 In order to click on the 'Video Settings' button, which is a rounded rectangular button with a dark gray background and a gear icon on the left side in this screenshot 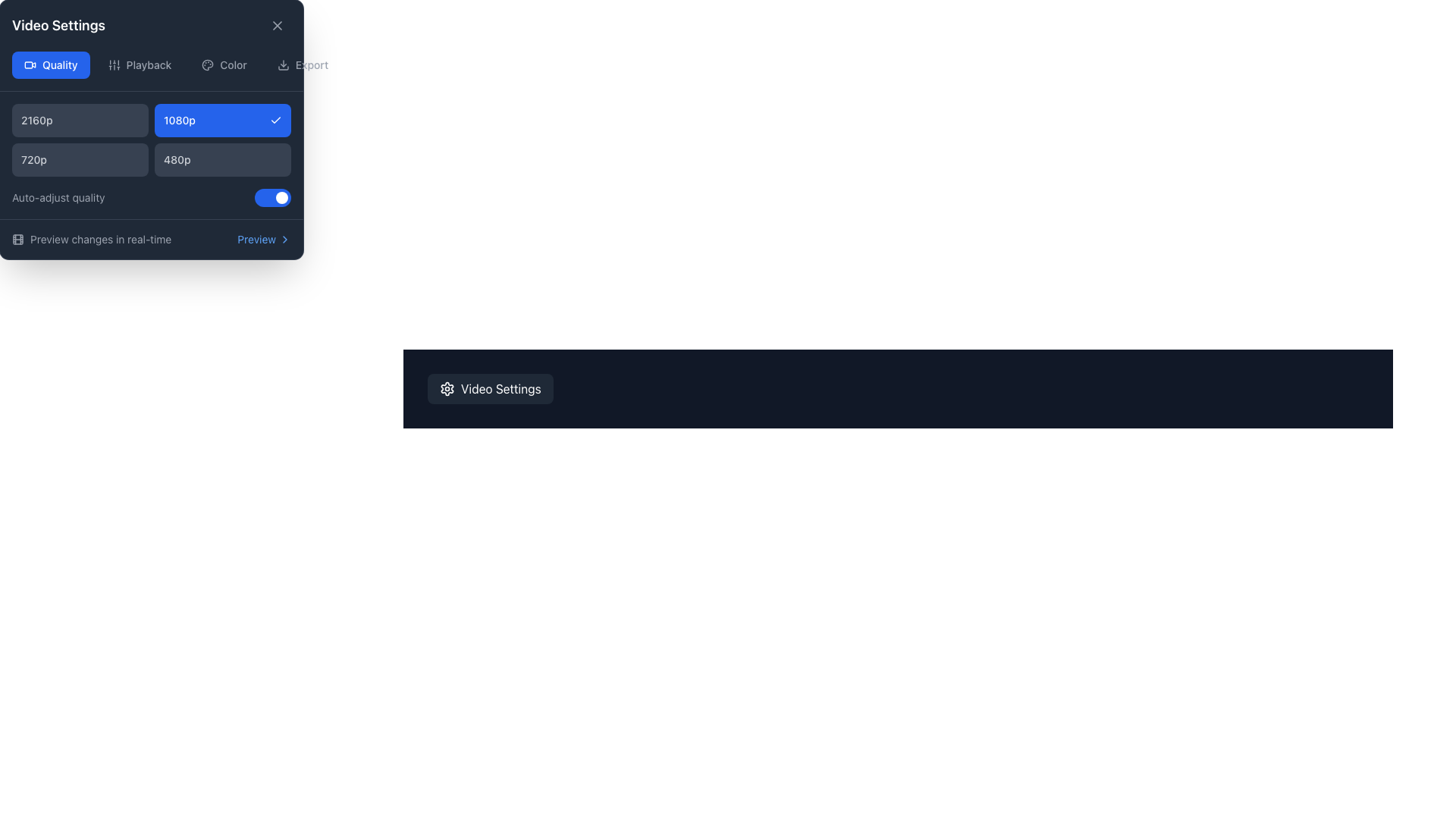, I will do `click(490, 388)`.